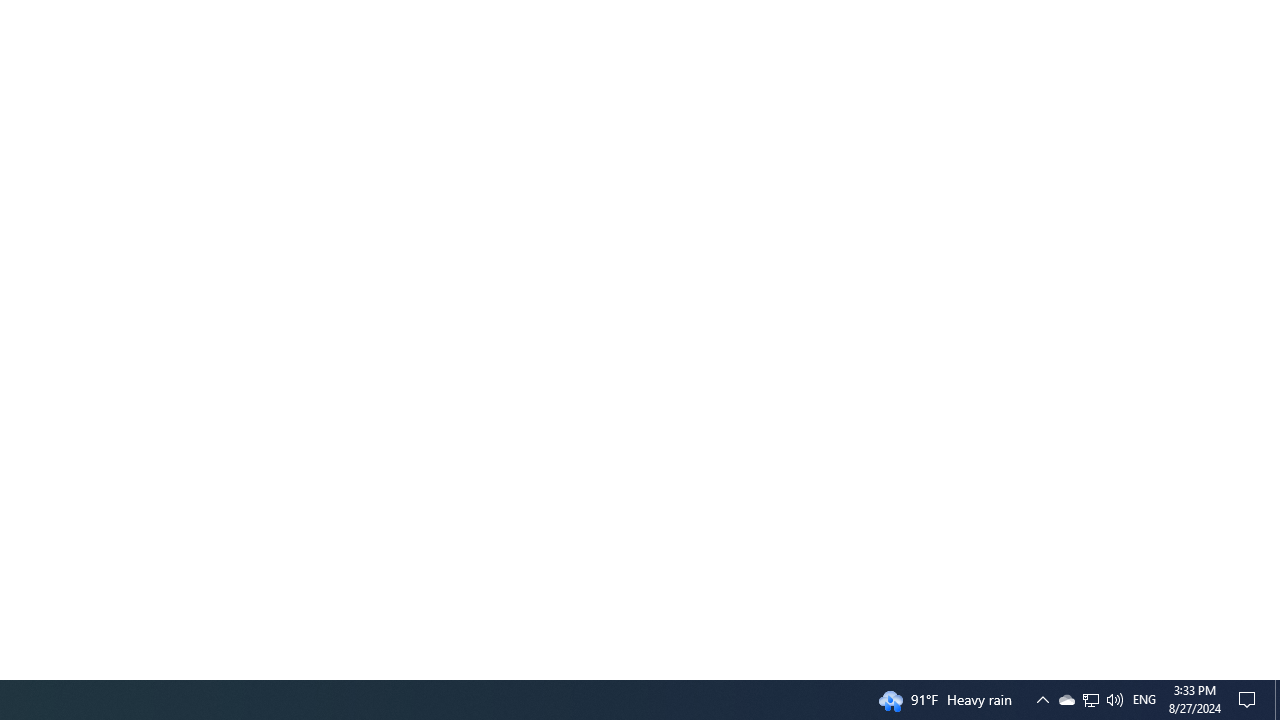 This screenshot has width=1280, height=720. What do you see at coordinates (1090, 698) in the screenshot?
I see `'Notification Chevron'` at bounding box center [1090, 698].